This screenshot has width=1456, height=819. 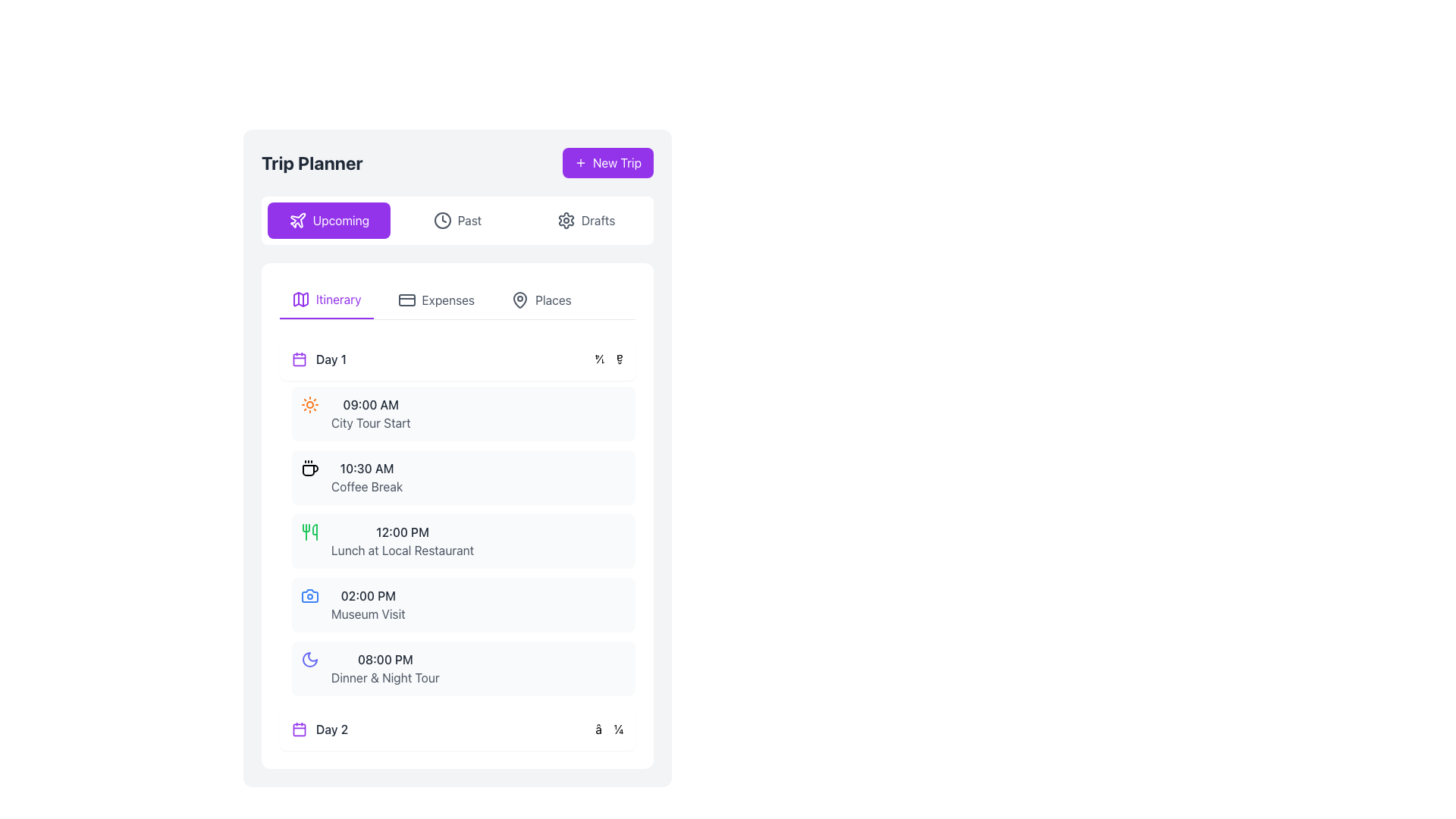 I want to click on the icon representing the 'Museum Visit' entry, which is the first icon displayed to the left of the timestamp and title text in the 'Day 1' section of the itinerary, so click(x=309, y=595).